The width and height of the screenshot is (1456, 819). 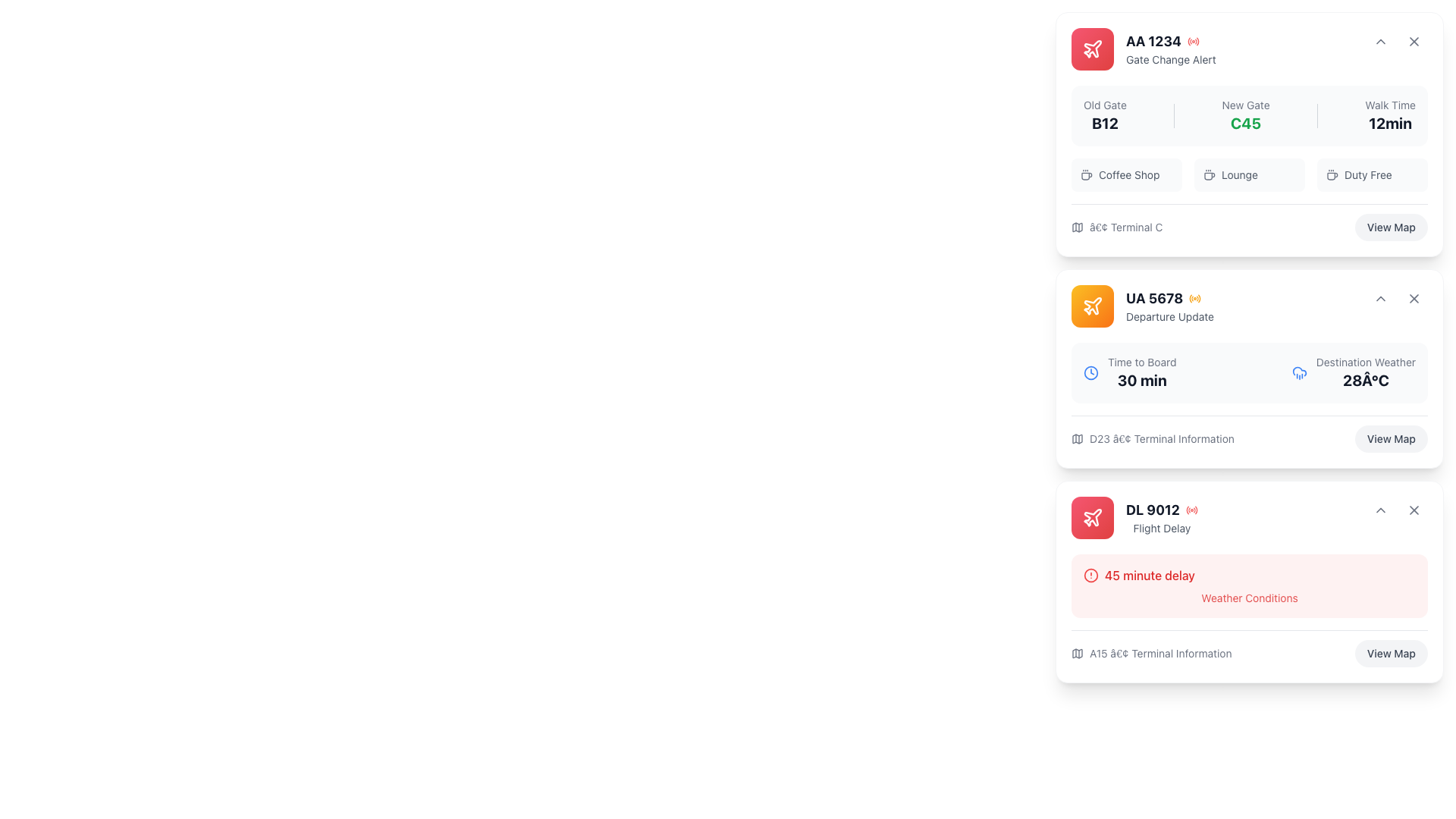 I want to click on the 'X' icon in the top-right corner of the second card, so click(x=1414, y=298).